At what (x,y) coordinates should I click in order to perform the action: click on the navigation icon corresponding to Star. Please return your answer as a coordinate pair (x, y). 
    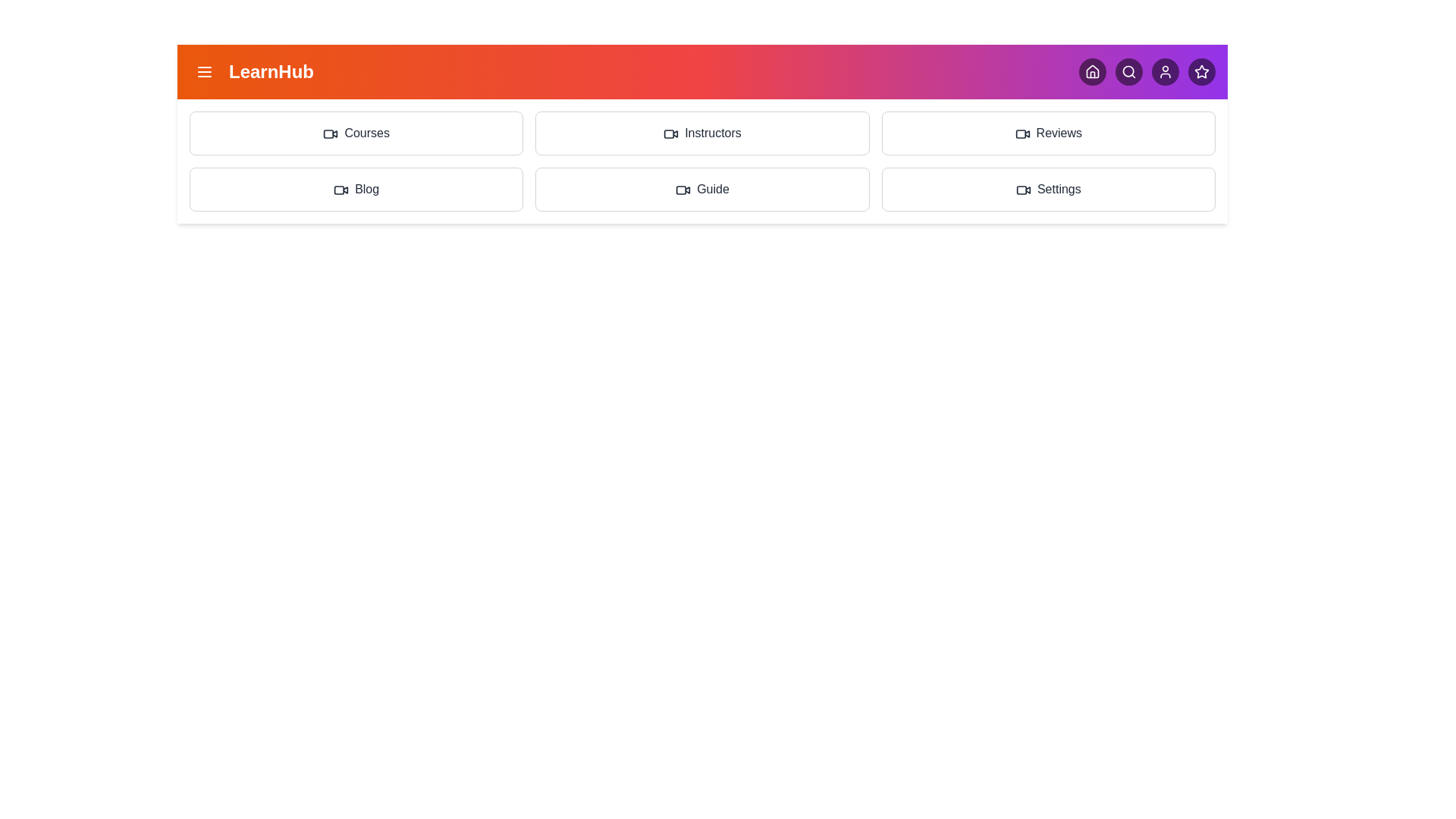
    Looking at the image, I should click on (1200, 72).